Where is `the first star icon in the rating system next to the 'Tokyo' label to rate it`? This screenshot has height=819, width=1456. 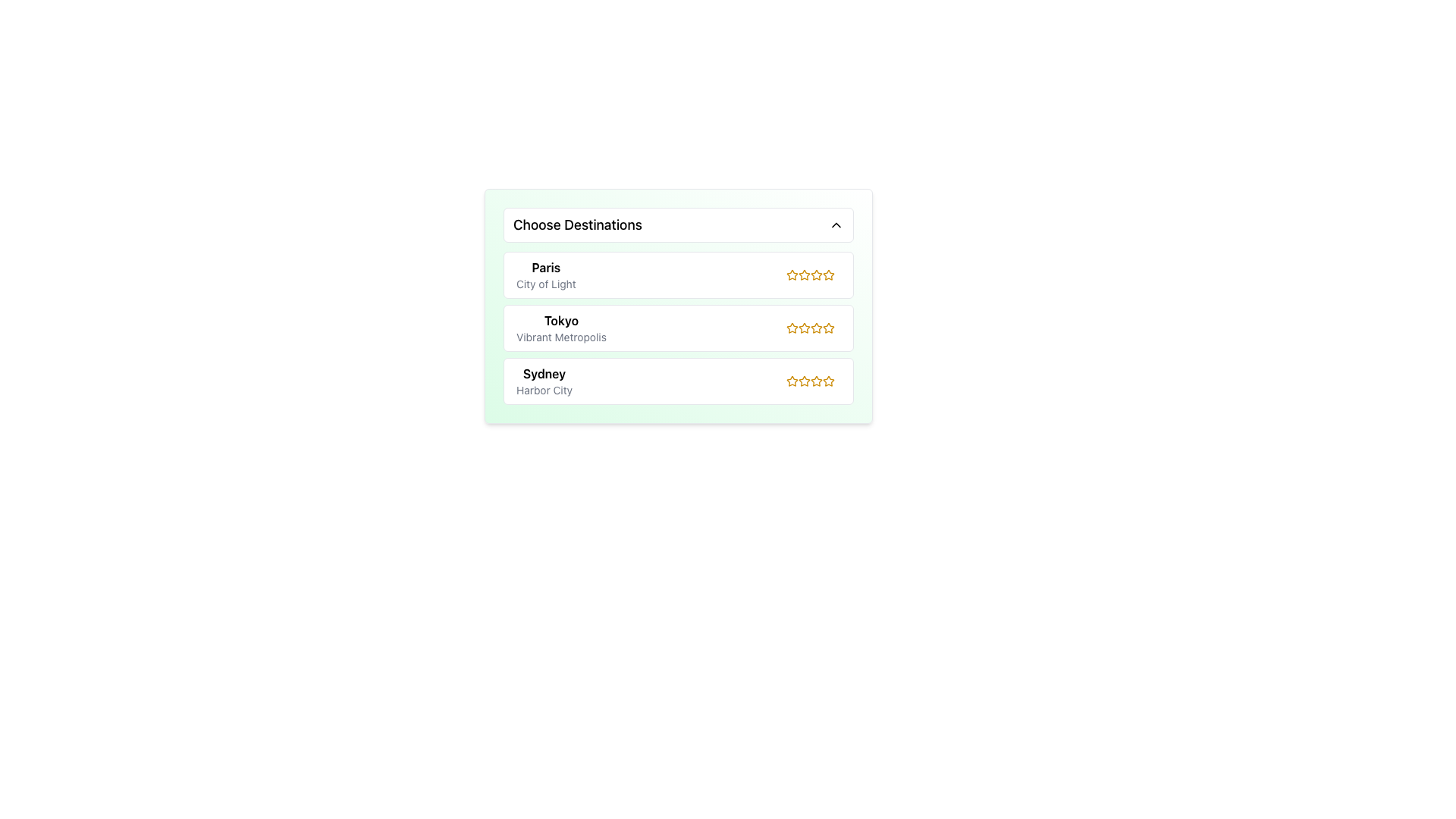
the first star icon in the rating system next to the 'Tokyo' label to rate it is located at coordinates (792, 327).